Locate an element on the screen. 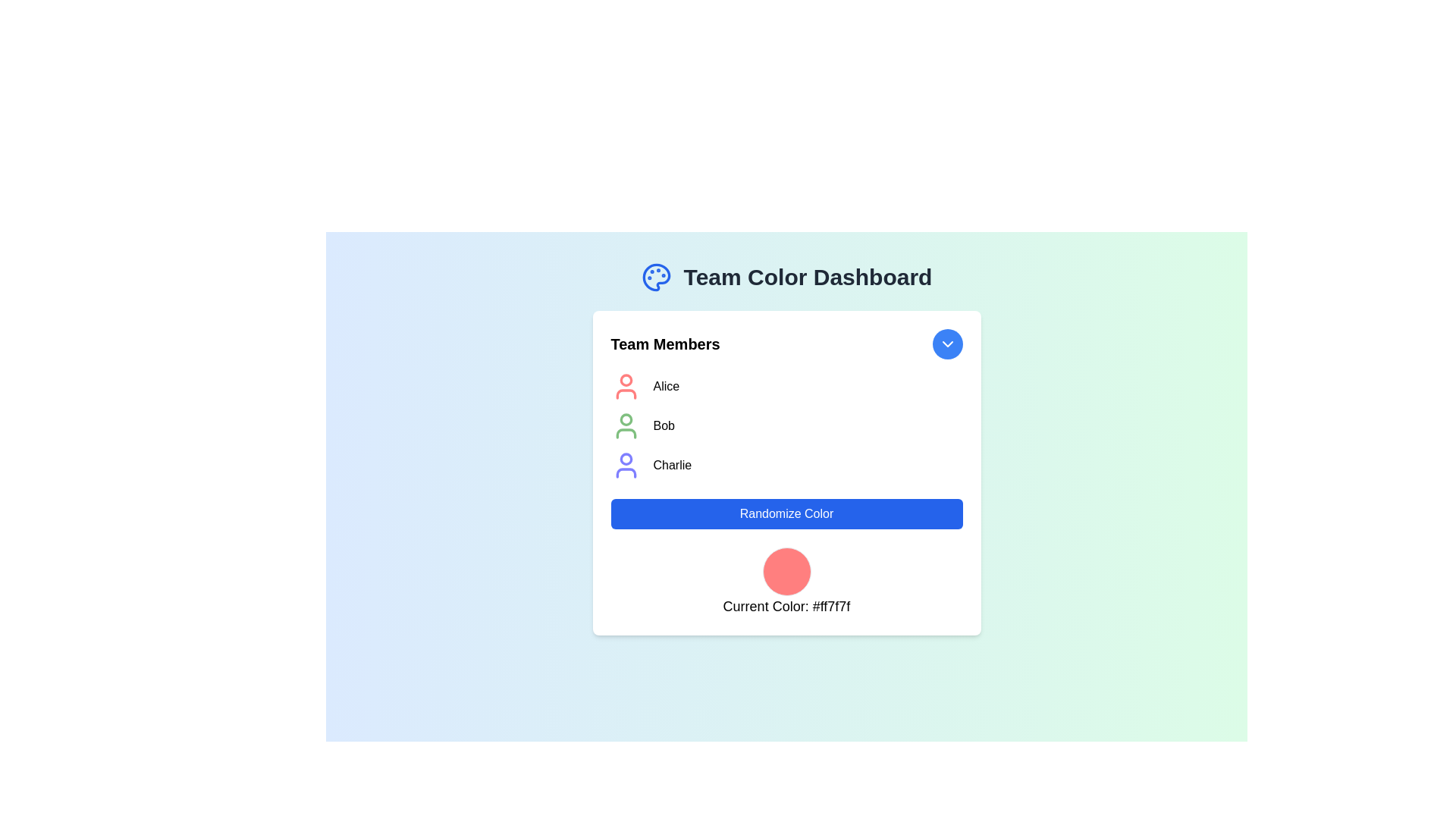 This screenshot has height=819, width=1456. the text label element displaying 'Charlie', which is located in the third position of the vertical team member list is located at coordinates (671, 464).